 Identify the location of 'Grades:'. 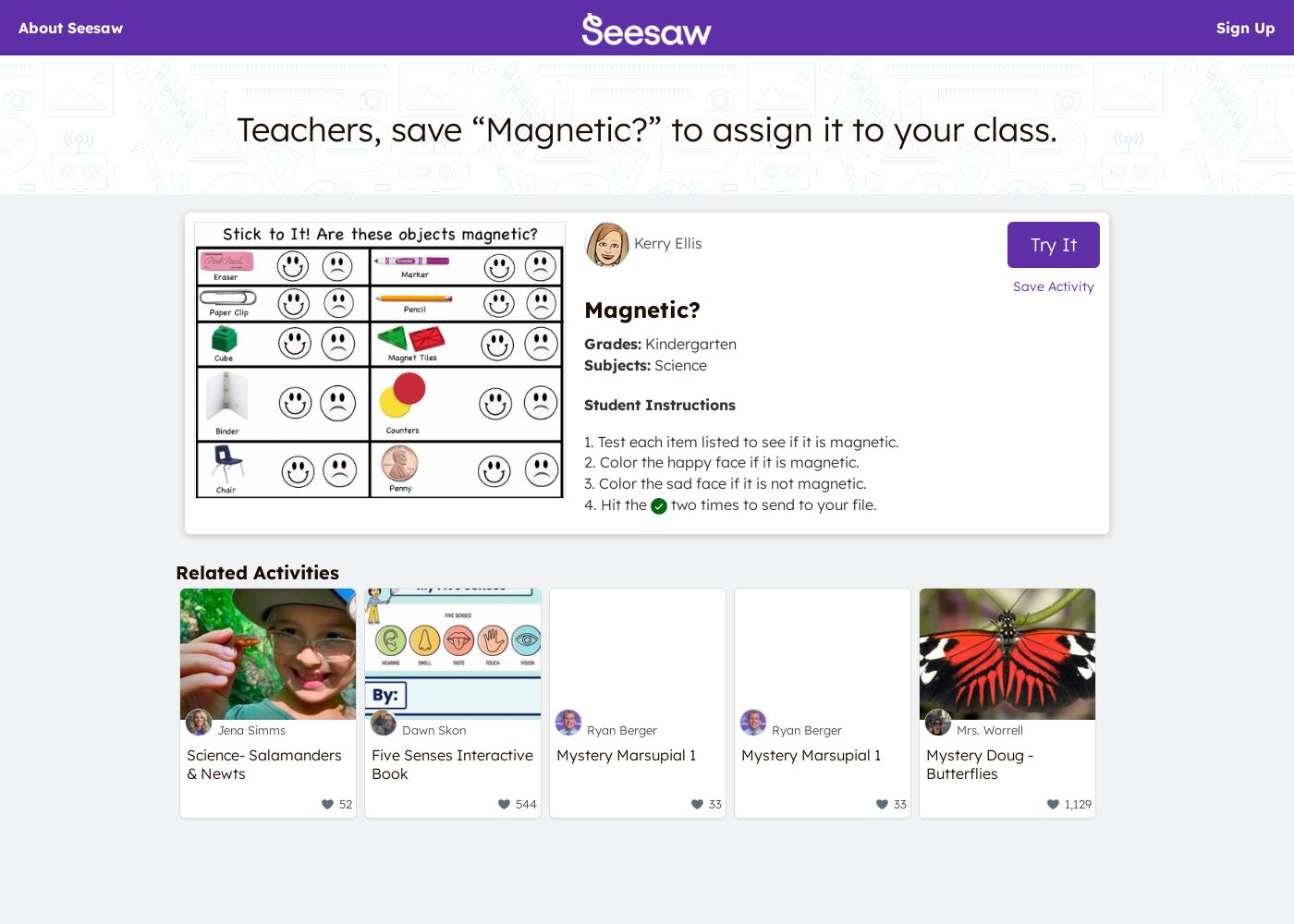
(583, 343).